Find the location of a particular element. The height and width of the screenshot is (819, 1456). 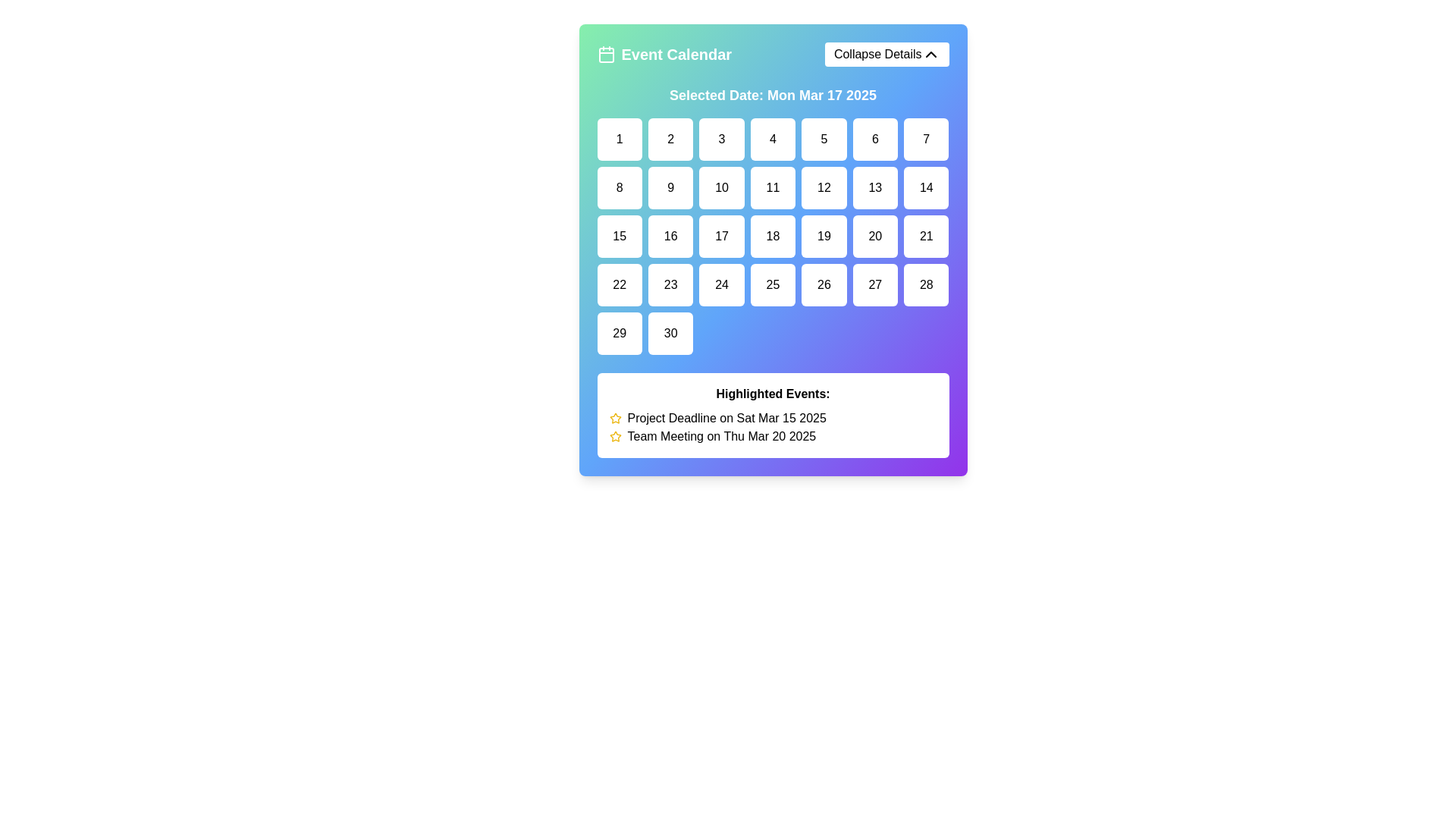

the calendar date button representing the 17th of the current month is located at coordinates (721, 237).